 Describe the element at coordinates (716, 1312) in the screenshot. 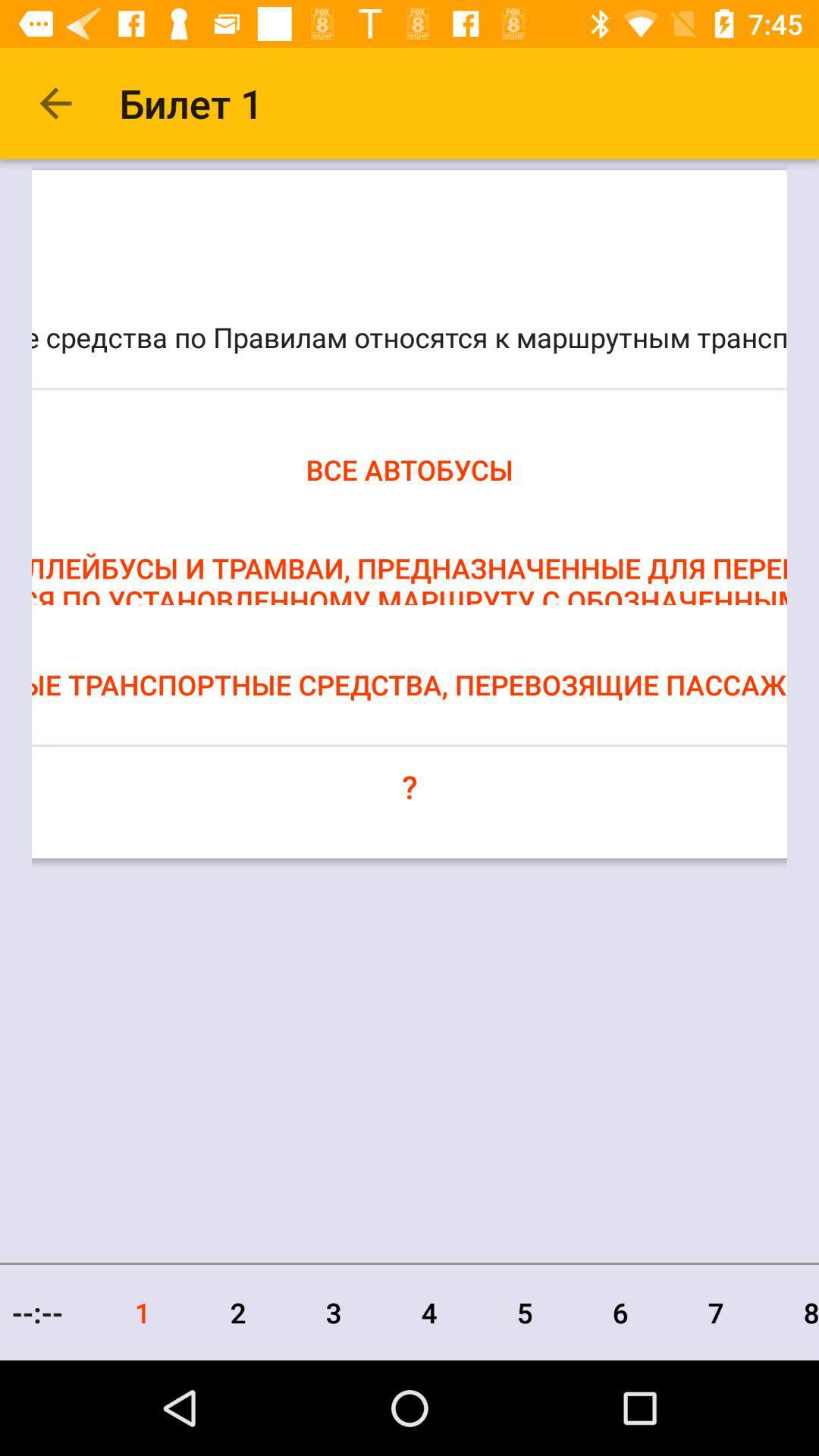

I see `the icon to the right of 6` at that location.